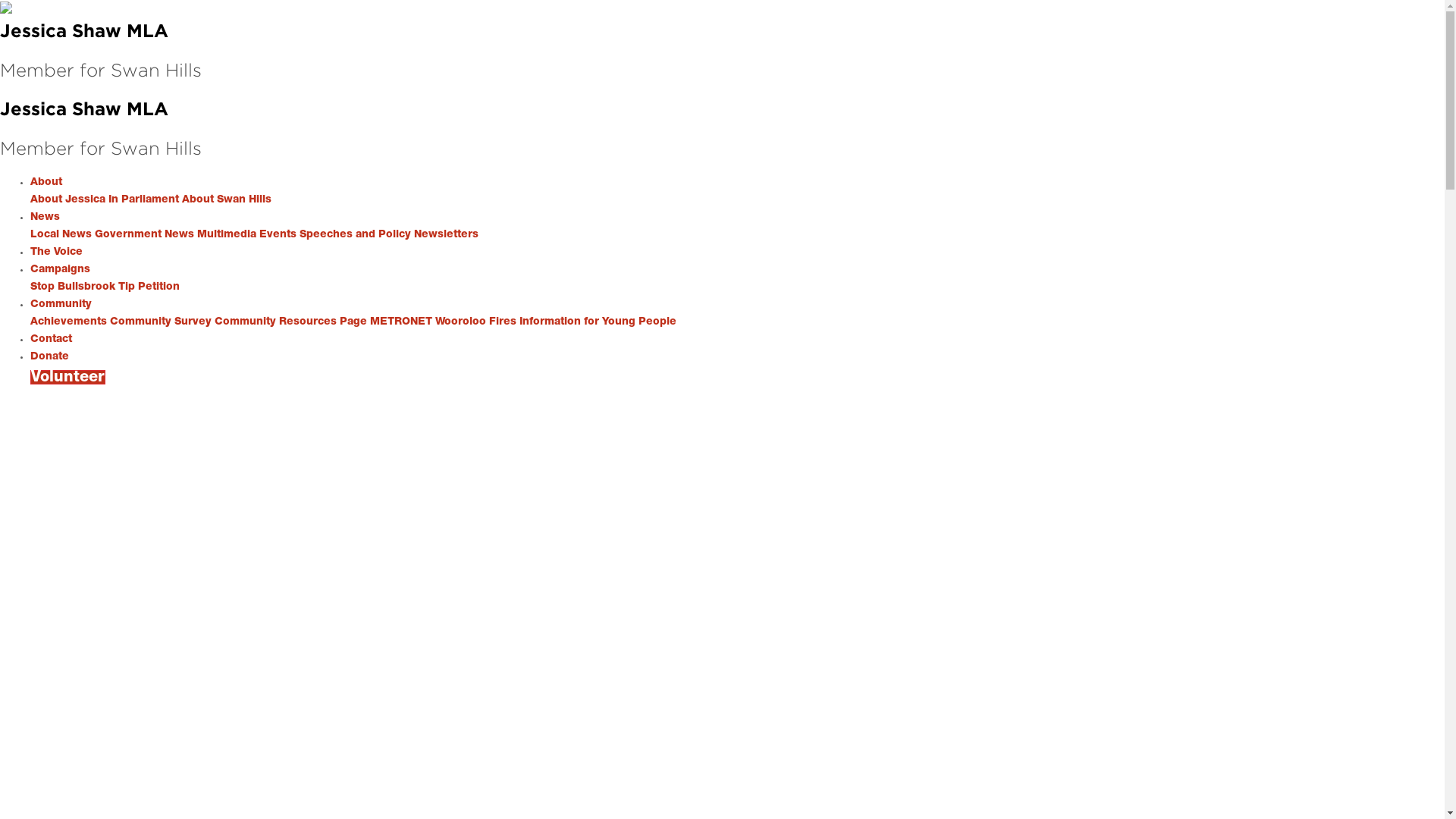 The height and width of the screenshot is (819, 1456). What do you see at coordinates (61, 304) in the screenshot?
I see `'Community'` at bounding box center [61, 304].